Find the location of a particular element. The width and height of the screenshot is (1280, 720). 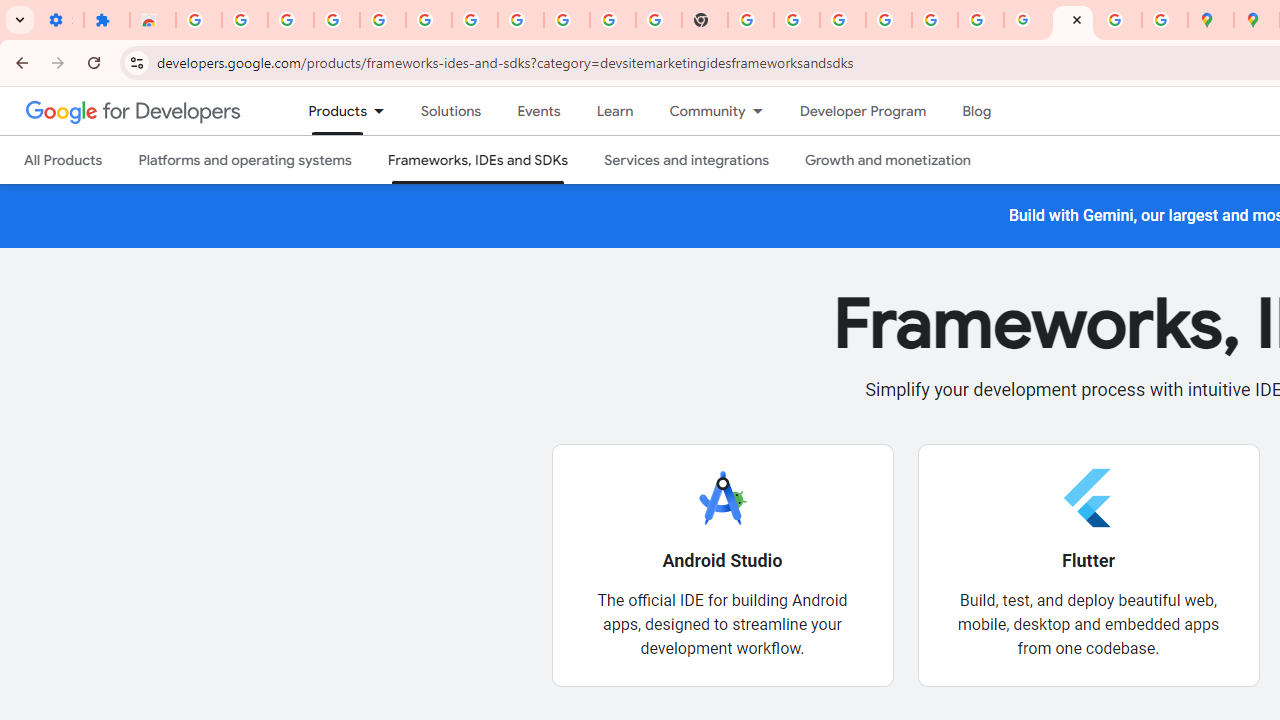

'Events' is located at coordinates (538, 111).